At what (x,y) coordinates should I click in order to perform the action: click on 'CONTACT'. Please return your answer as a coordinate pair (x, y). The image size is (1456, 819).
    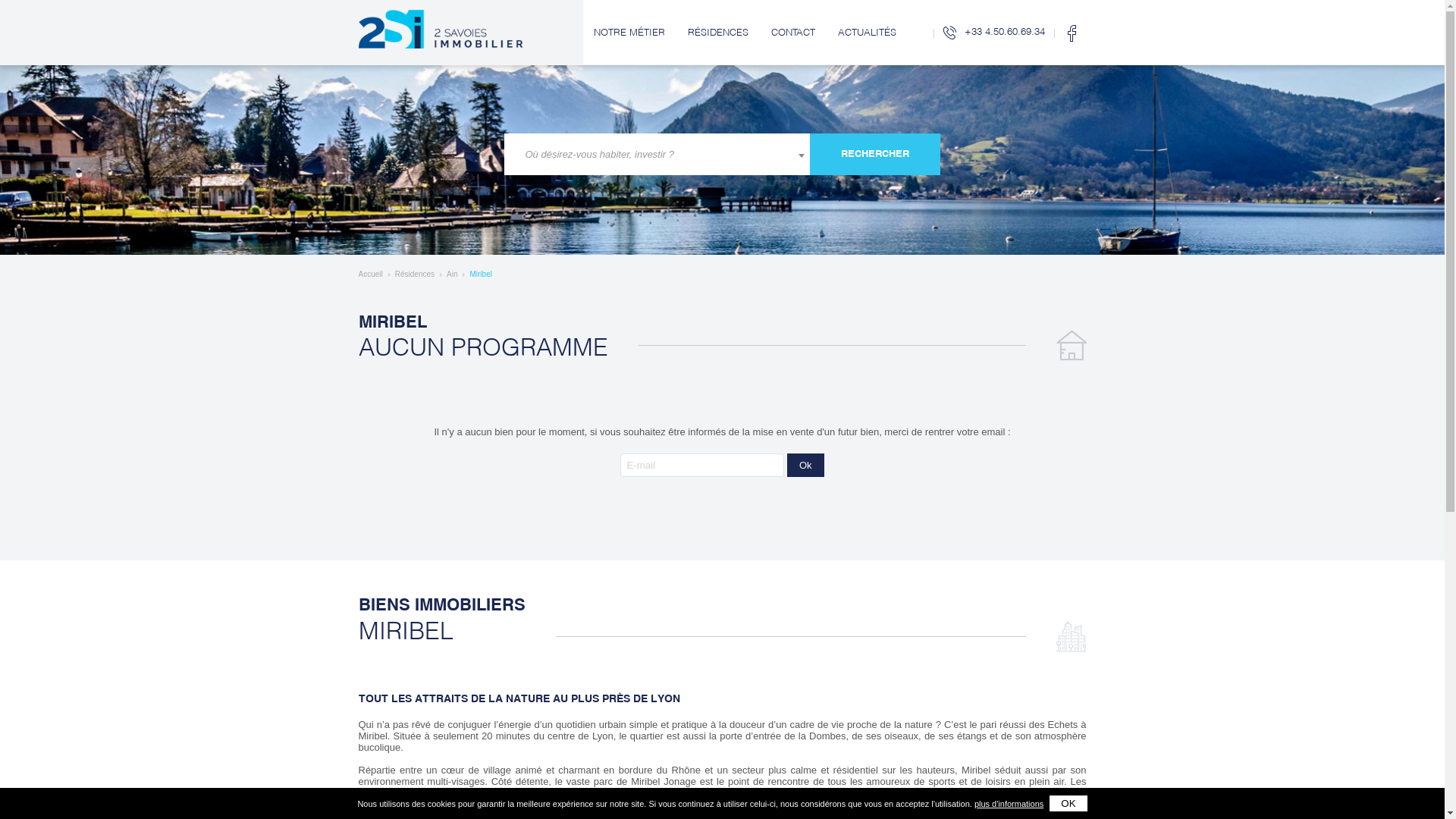
    Looking at the image, I should click on (792, 33).